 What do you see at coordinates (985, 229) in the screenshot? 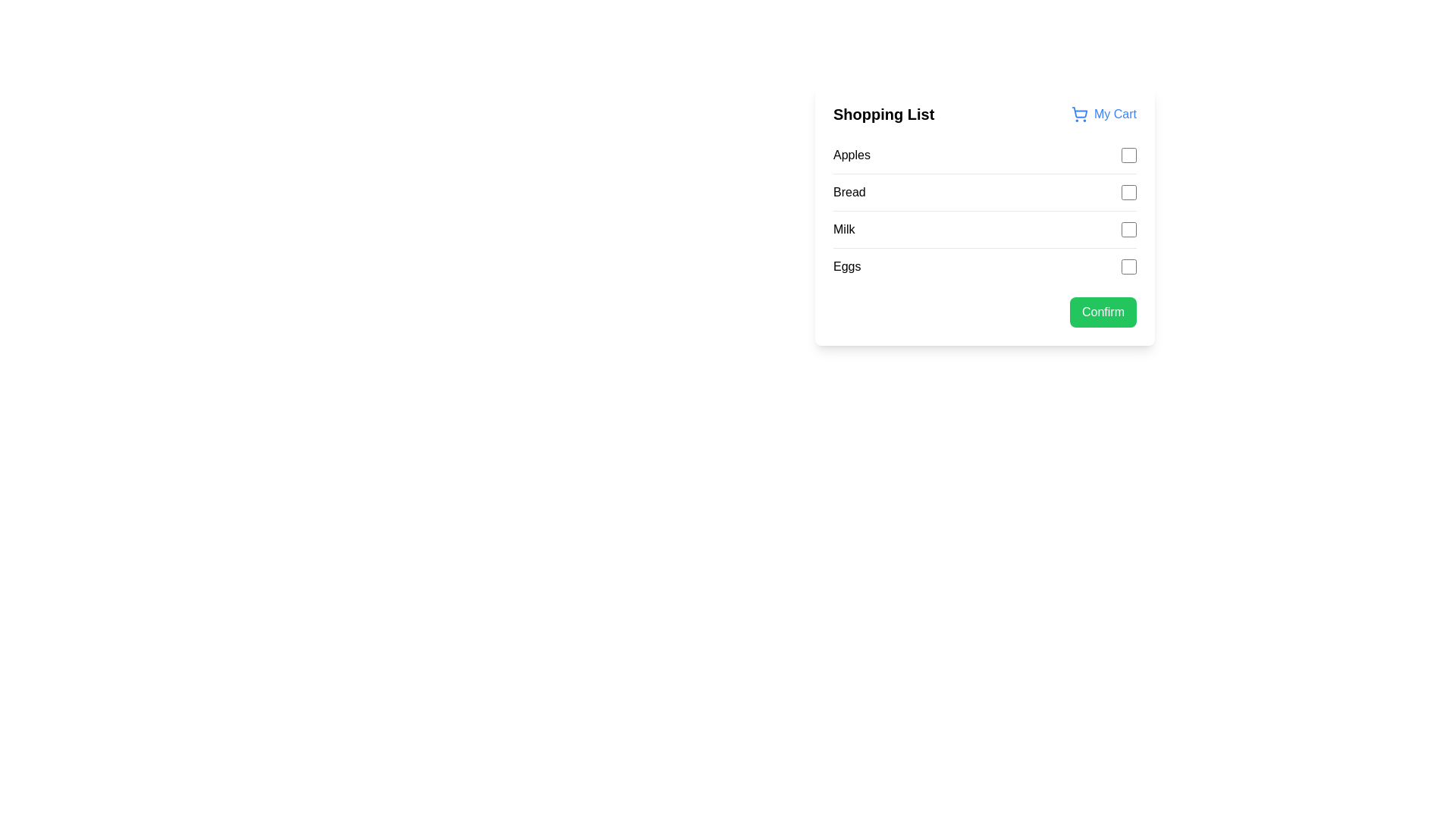
I see `the checkbox in the third row of the 'Shopping List'` at bounding box center [985, 229].